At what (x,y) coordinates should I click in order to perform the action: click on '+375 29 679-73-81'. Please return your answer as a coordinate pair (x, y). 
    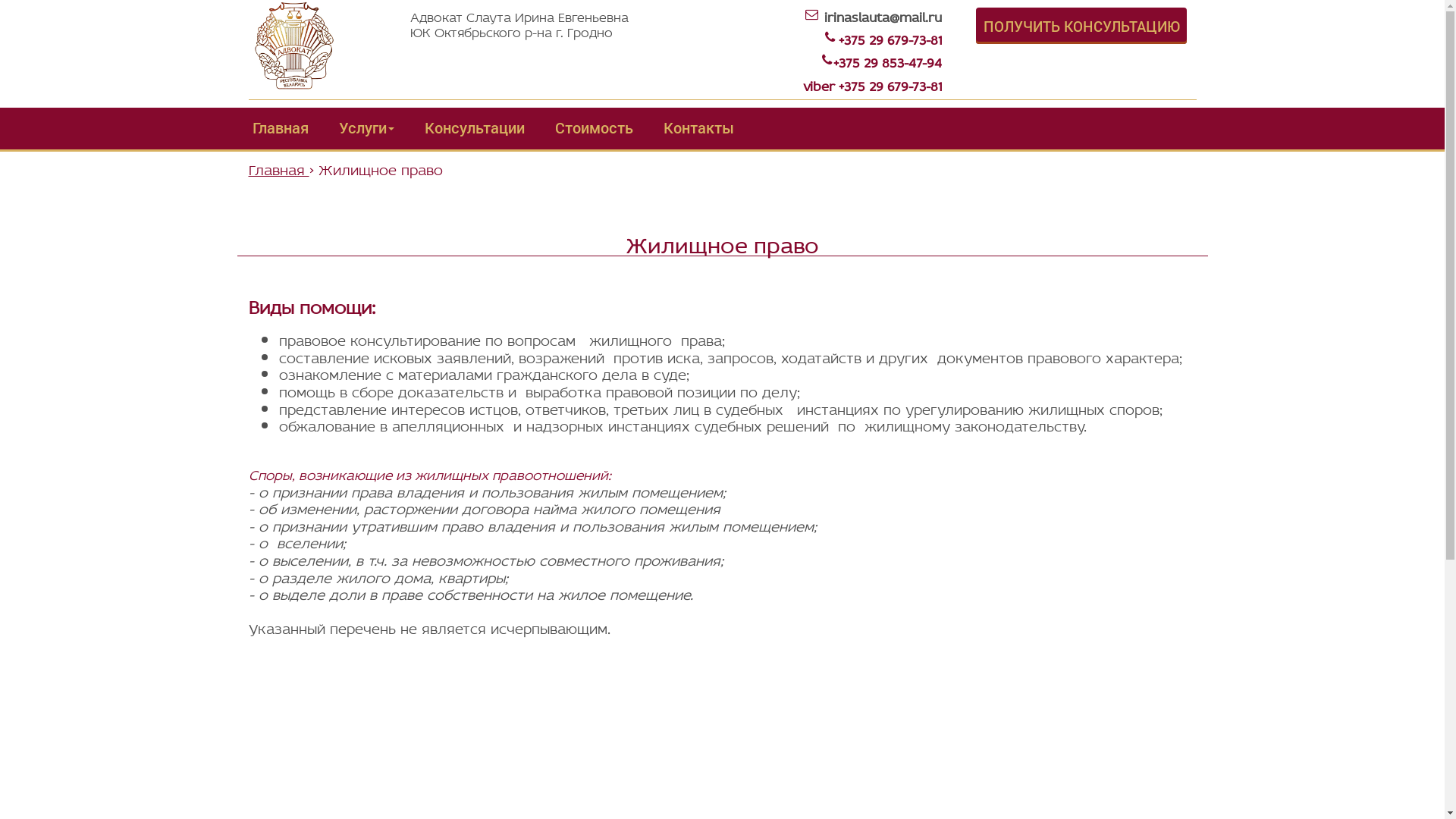
    Looking at the image, I should click on (890, 37).